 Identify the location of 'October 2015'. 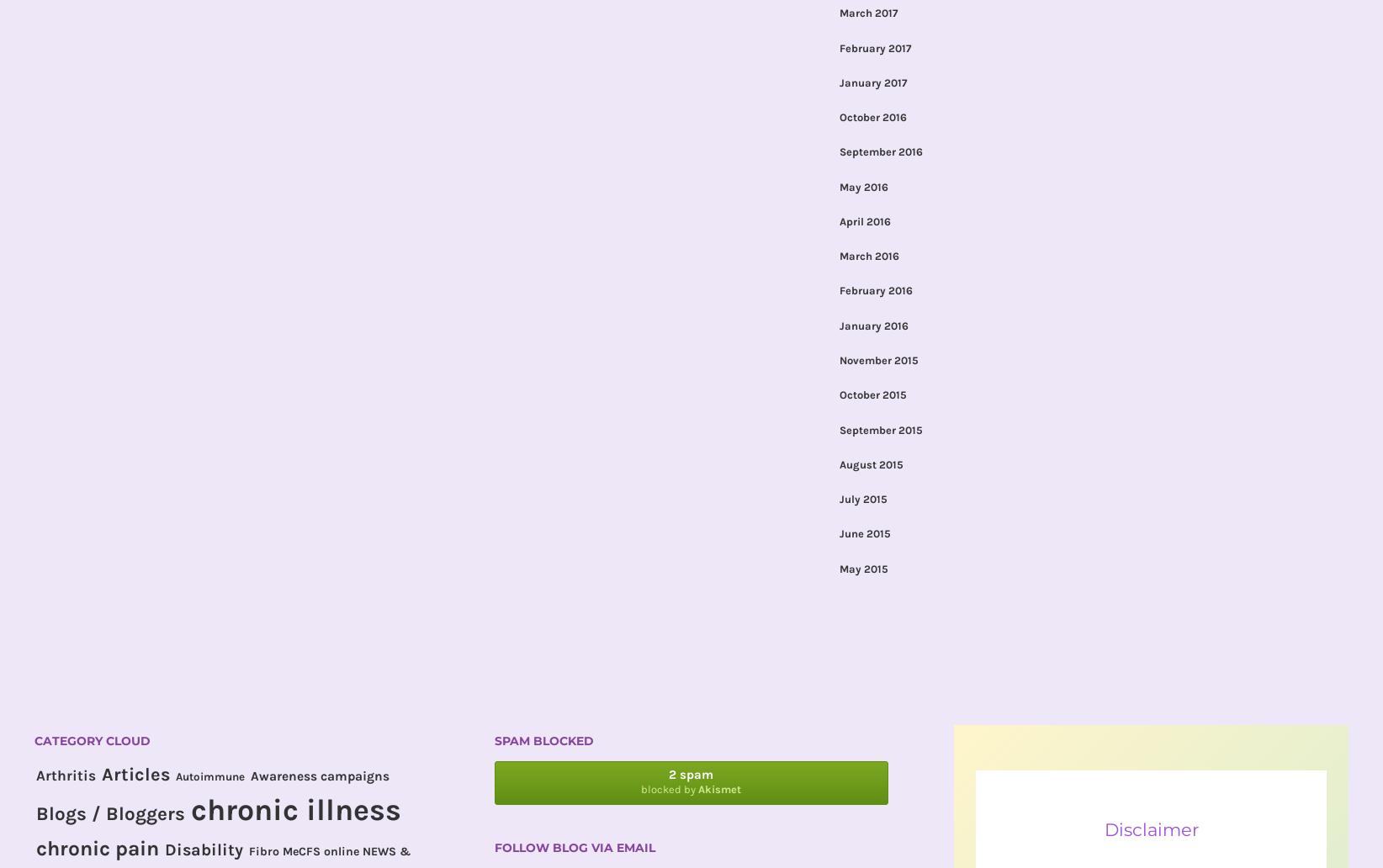
(872, 394).